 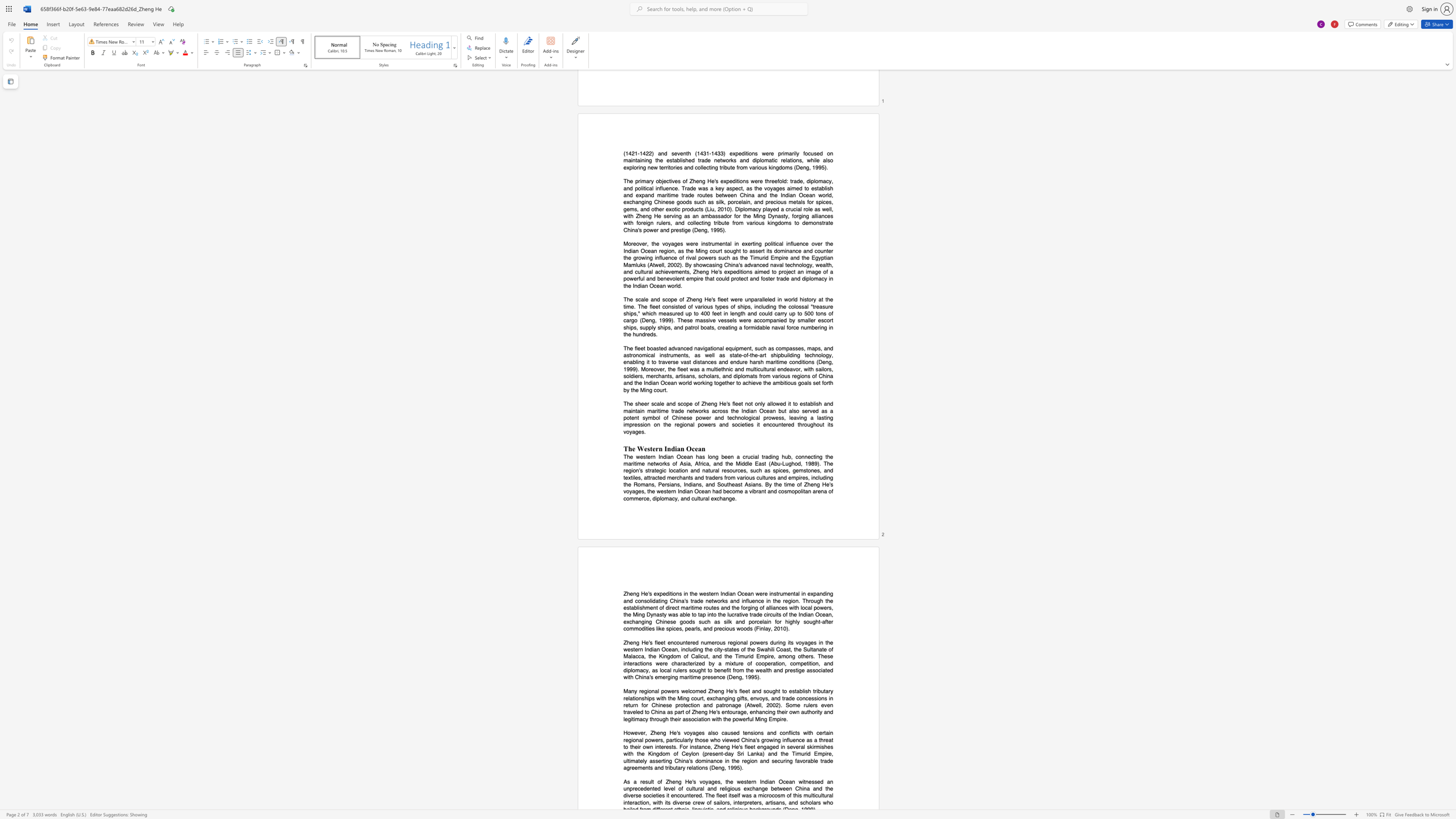 I want to click on the space between the continuous character "1" and "9" in the text, so click(x=748, y=677).